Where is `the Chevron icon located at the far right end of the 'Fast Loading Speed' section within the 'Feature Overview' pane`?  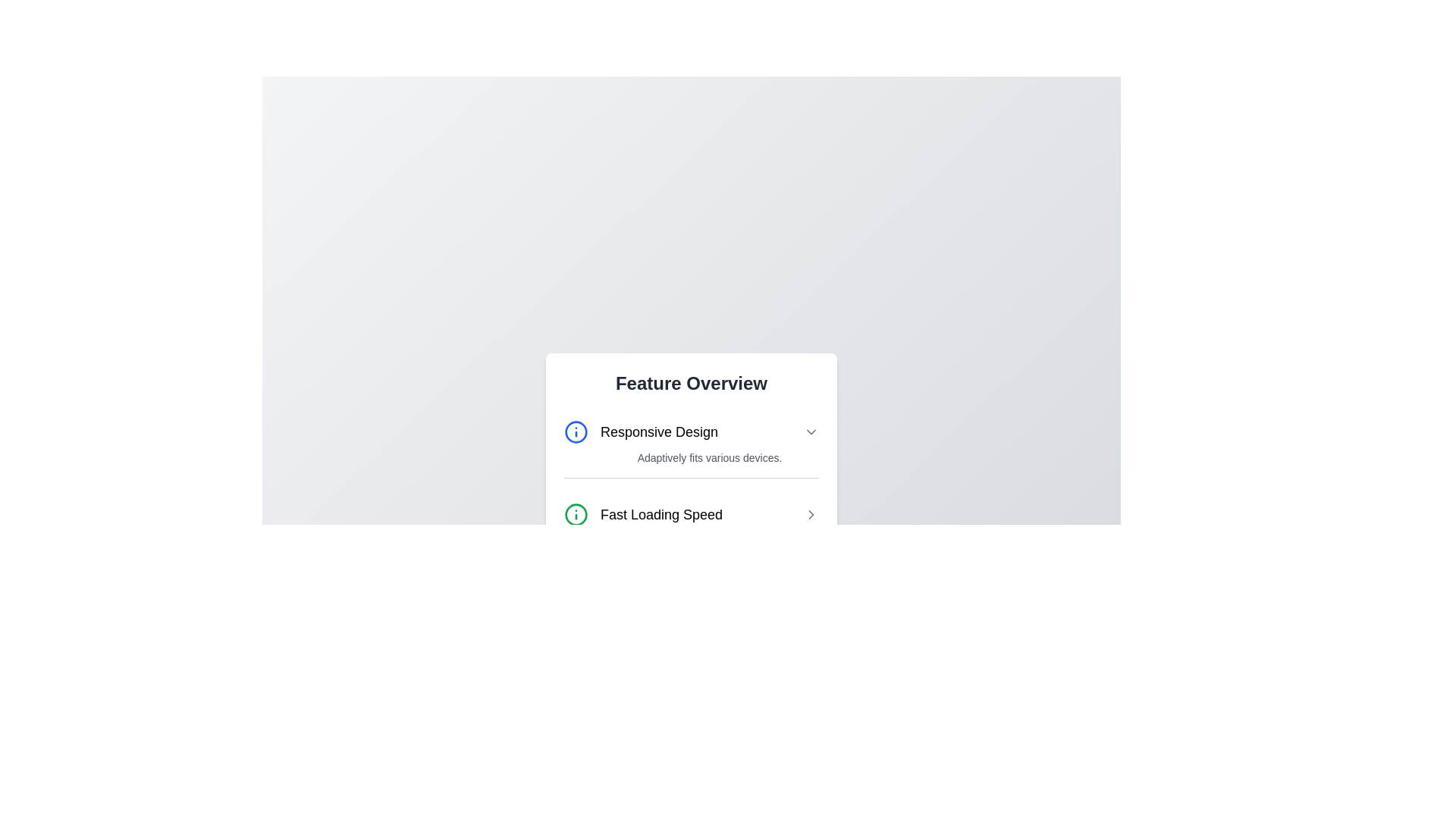
the Chevron icon located at the far right end of the 'Fast Loading Speed' section within the 'Feature Overview' pane is located at coordinates (811, 513).